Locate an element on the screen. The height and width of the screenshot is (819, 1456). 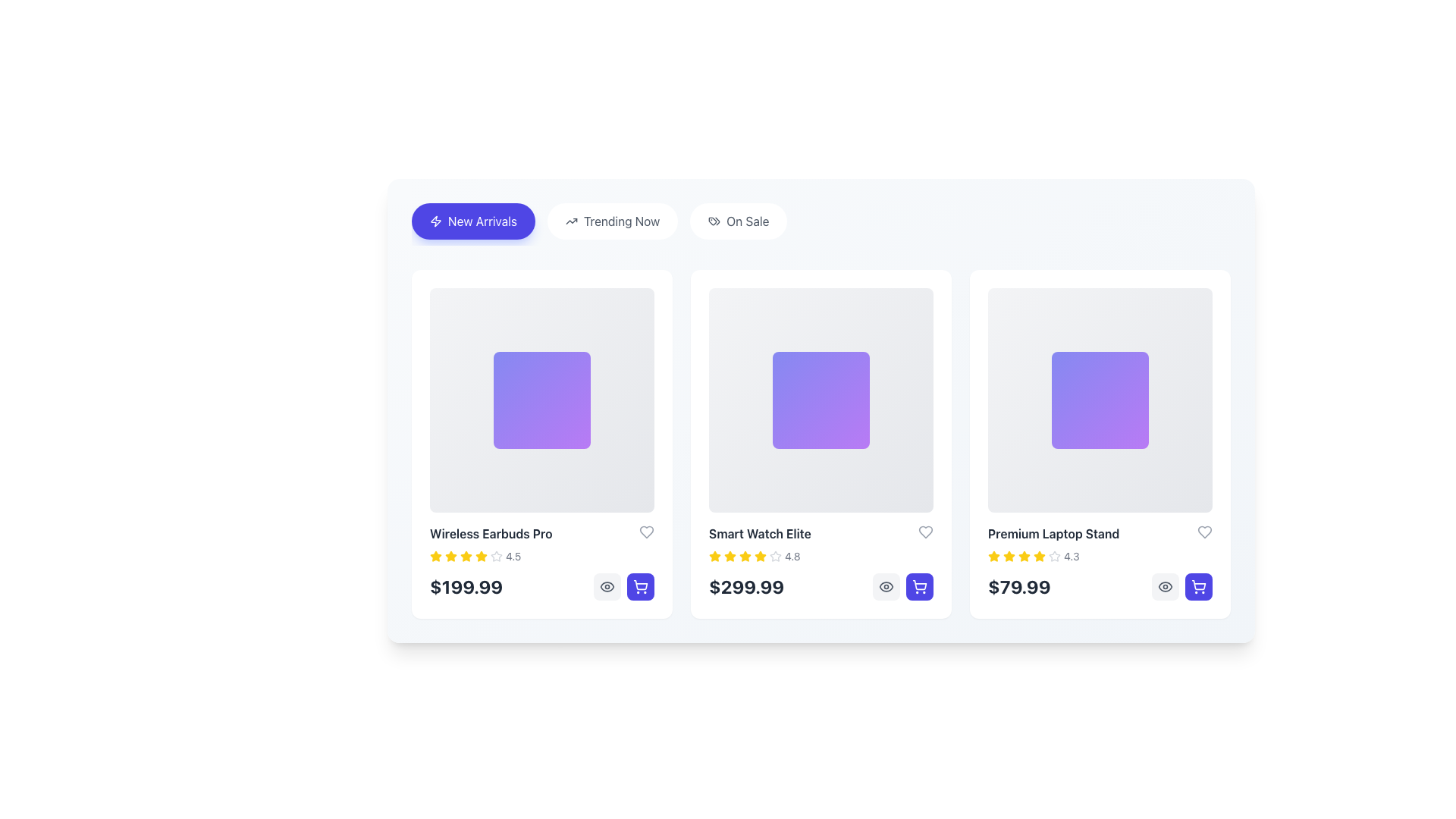
the second star icon in the 'Premium Laptop Stand' section is located at coordinates (1009, 556).